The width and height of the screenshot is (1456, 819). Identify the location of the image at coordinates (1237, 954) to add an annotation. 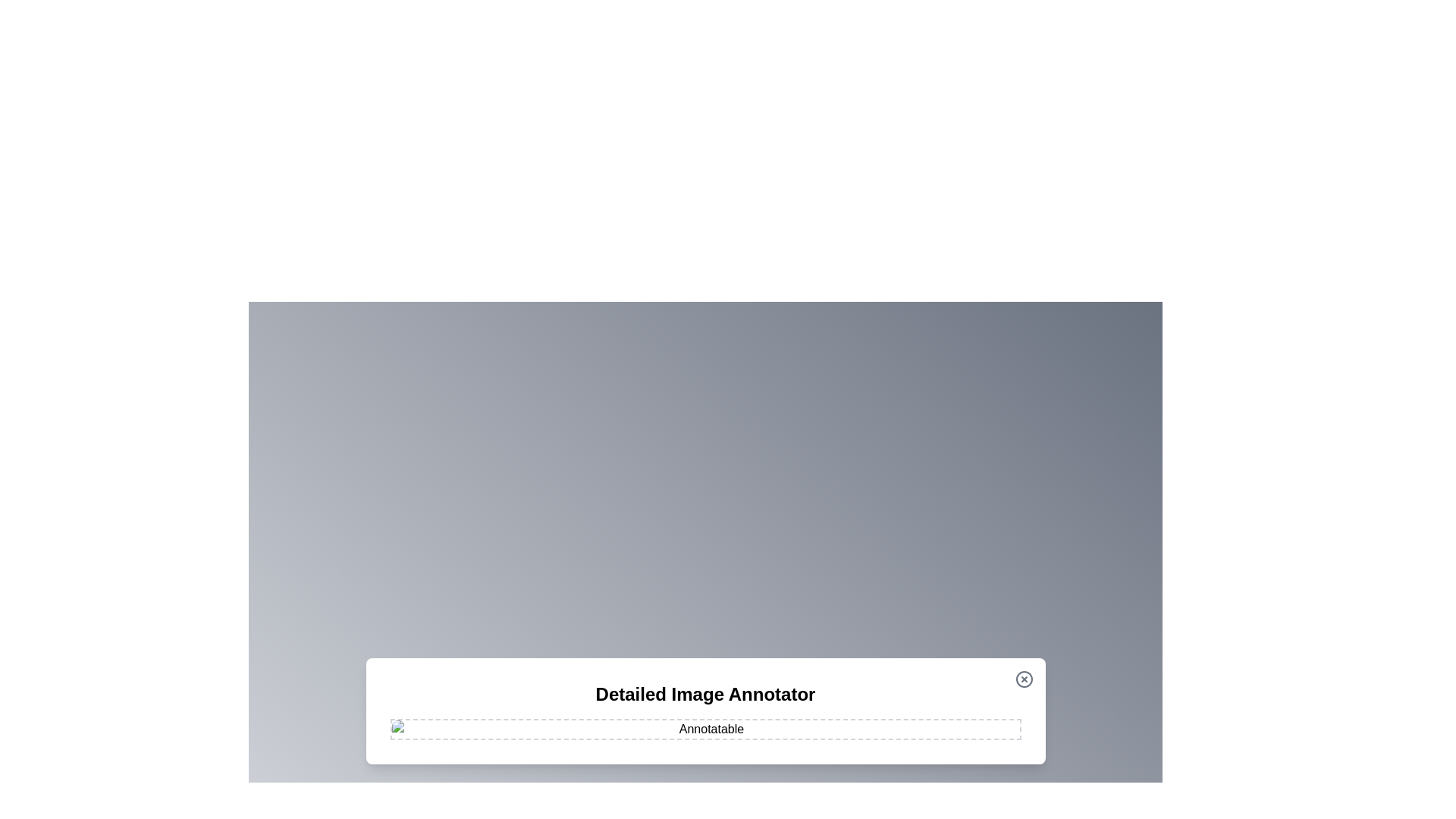
(937, 722).